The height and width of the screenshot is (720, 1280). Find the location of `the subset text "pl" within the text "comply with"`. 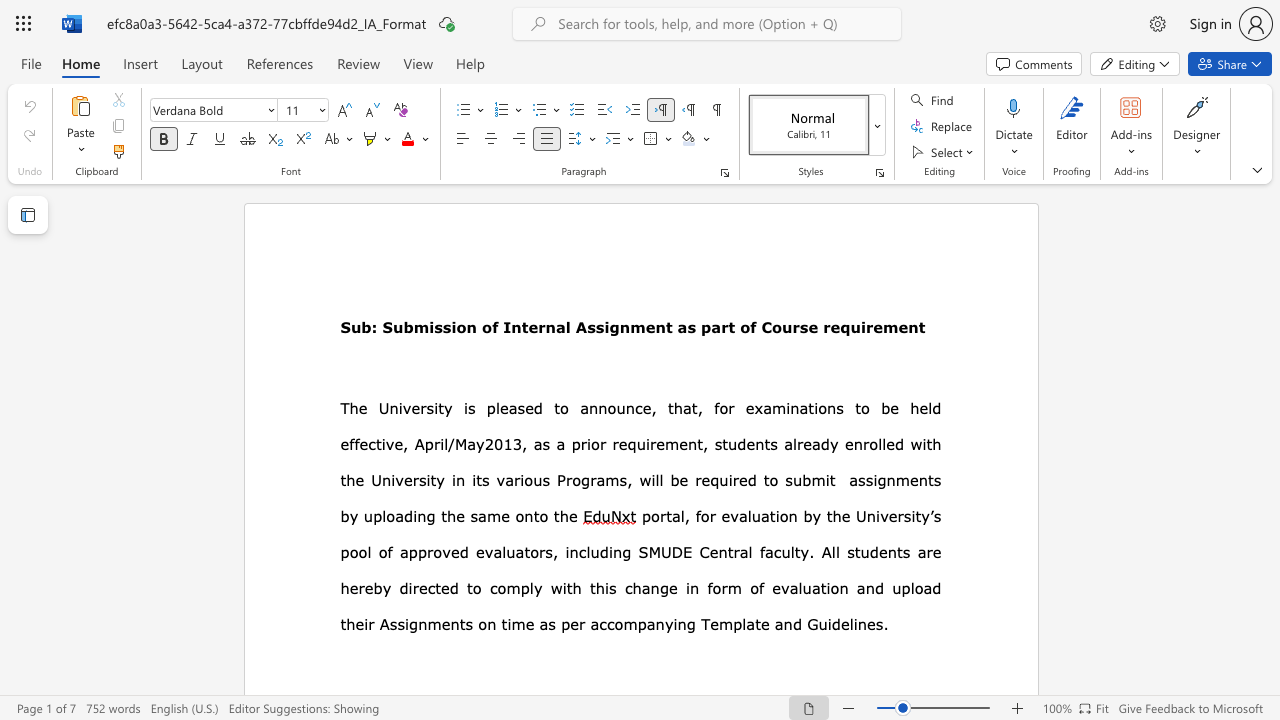

the subset text "pl" within the text "comply with" is located at coordinates (520, 587).